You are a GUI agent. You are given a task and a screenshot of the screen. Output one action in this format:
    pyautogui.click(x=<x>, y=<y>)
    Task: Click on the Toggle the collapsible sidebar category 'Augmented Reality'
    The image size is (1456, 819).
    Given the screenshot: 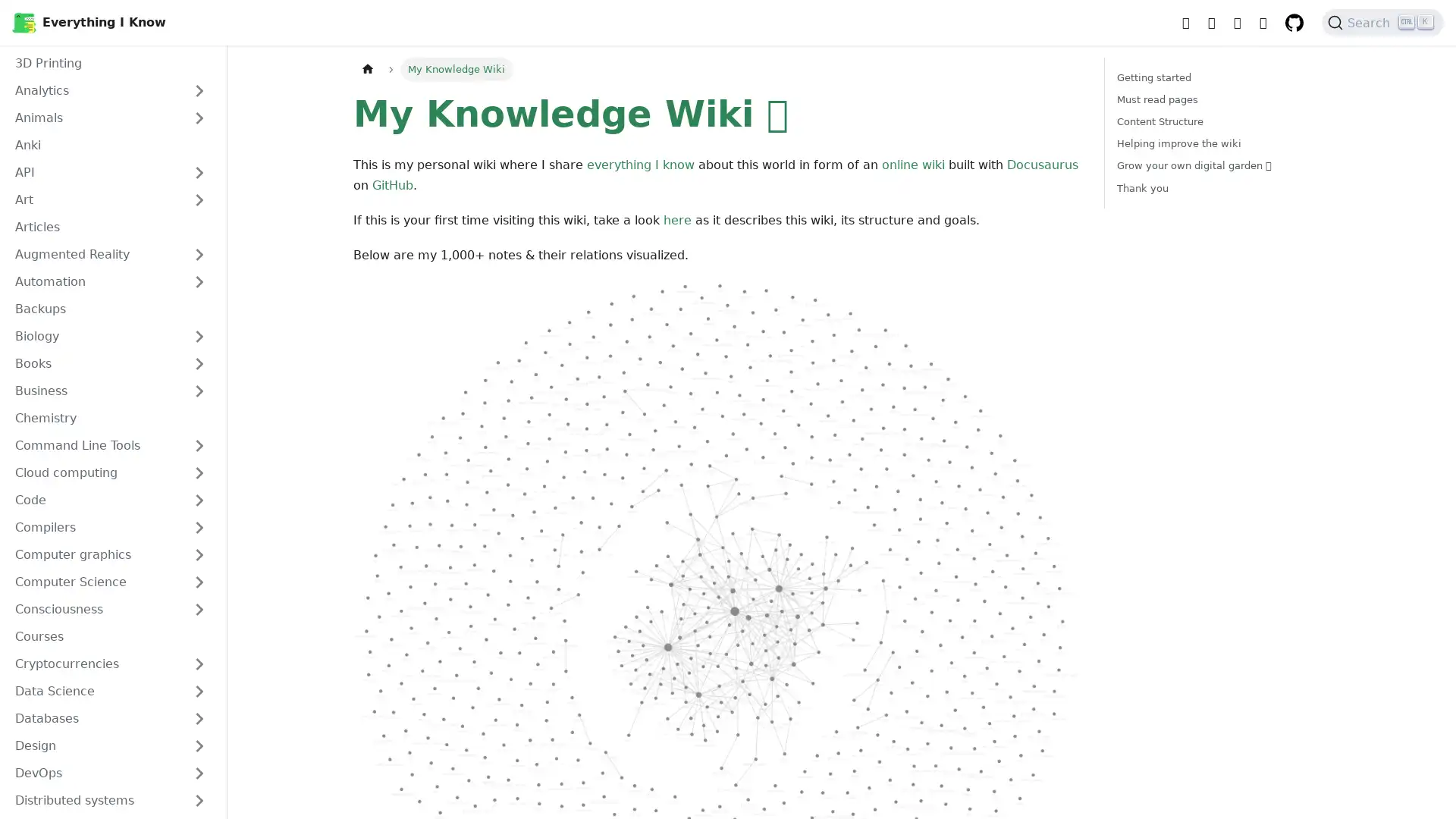 What is the action you would take?
    pyautogui.click(x=199, y=253)
    